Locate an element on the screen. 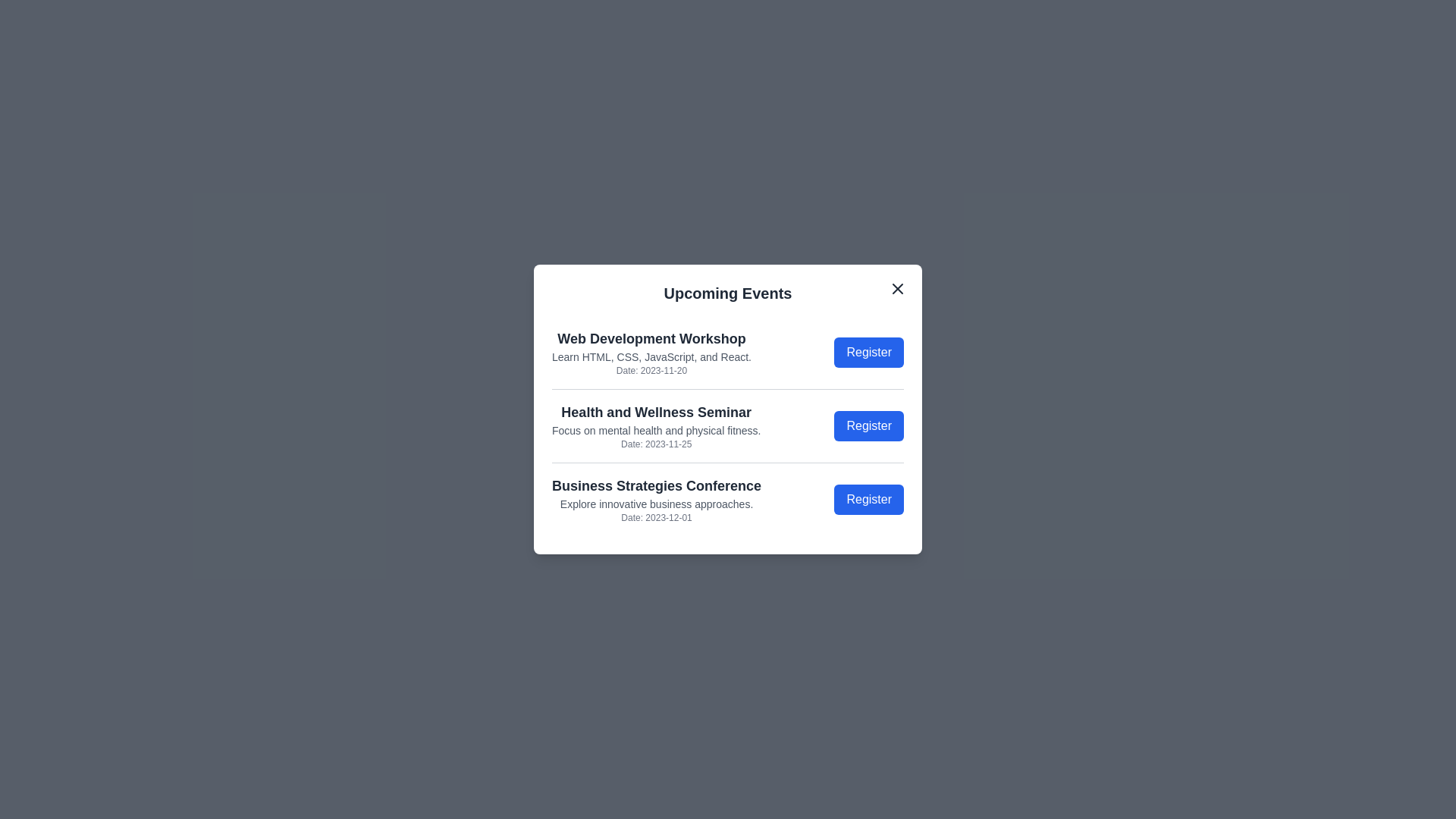 The width and height of the screenshot is (1456, 819). 'Register' button for the event 'Web Development Workshop' is located at coordinates (869, 353).